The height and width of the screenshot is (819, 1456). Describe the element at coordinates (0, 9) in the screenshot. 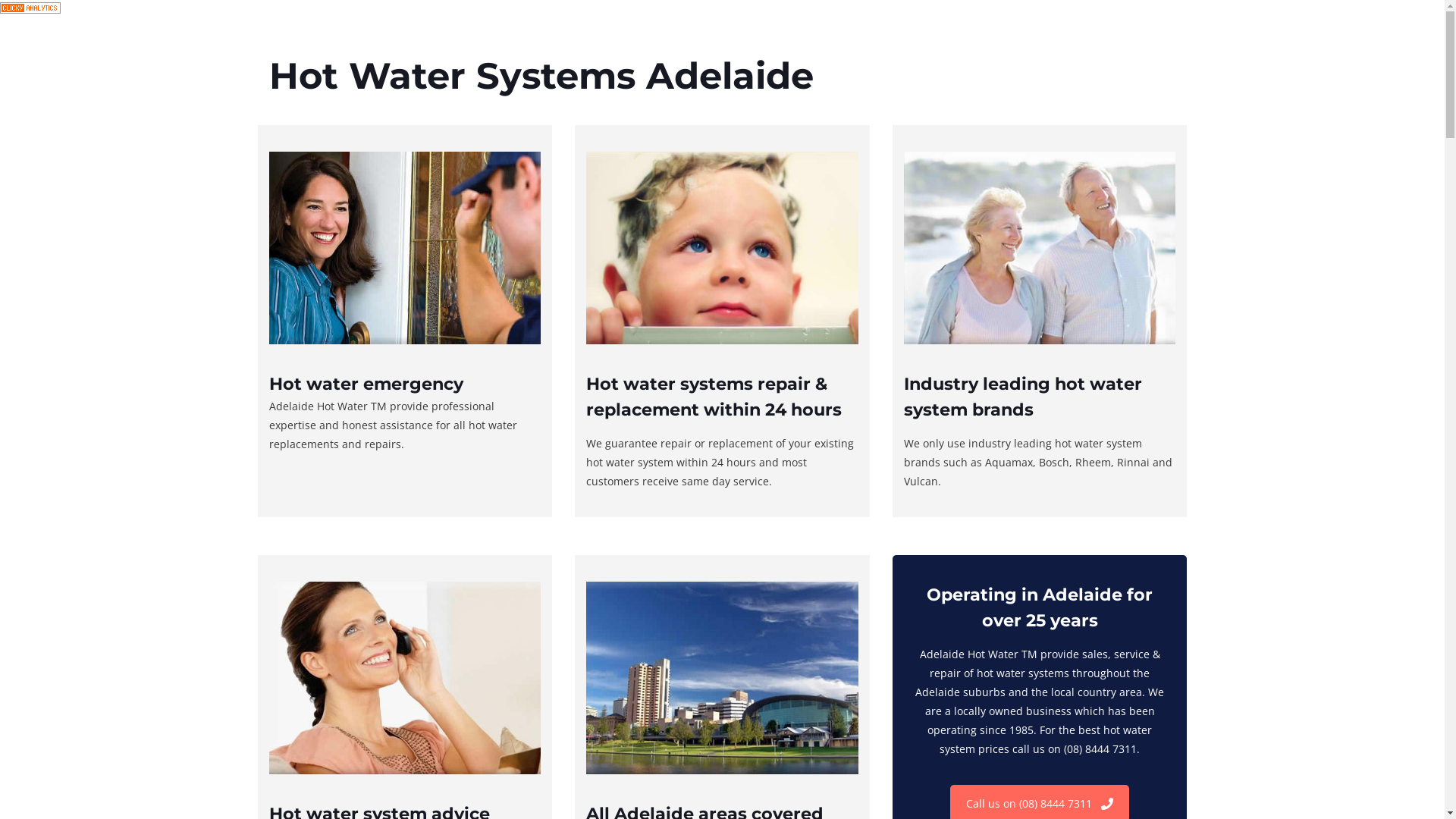

I see `'Google Analytics Alternative'` at that location.